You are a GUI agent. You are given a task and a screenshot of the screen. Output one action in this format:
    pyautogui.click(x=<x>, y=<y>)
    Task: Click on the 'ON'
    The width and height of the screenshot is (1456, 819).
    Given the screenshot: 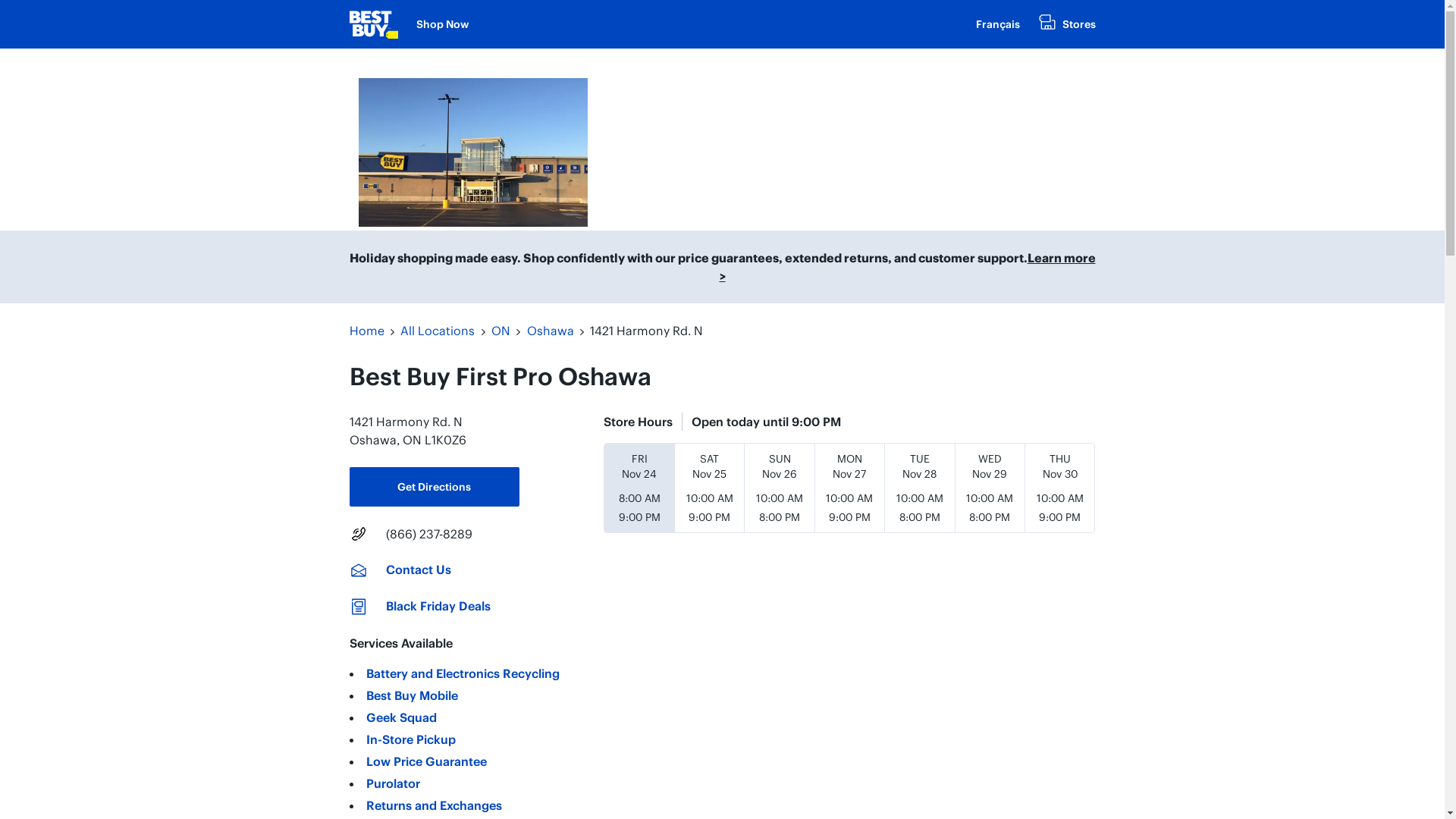 What is the action you would take?
    pyautogui.click(x=500, y=329)
    